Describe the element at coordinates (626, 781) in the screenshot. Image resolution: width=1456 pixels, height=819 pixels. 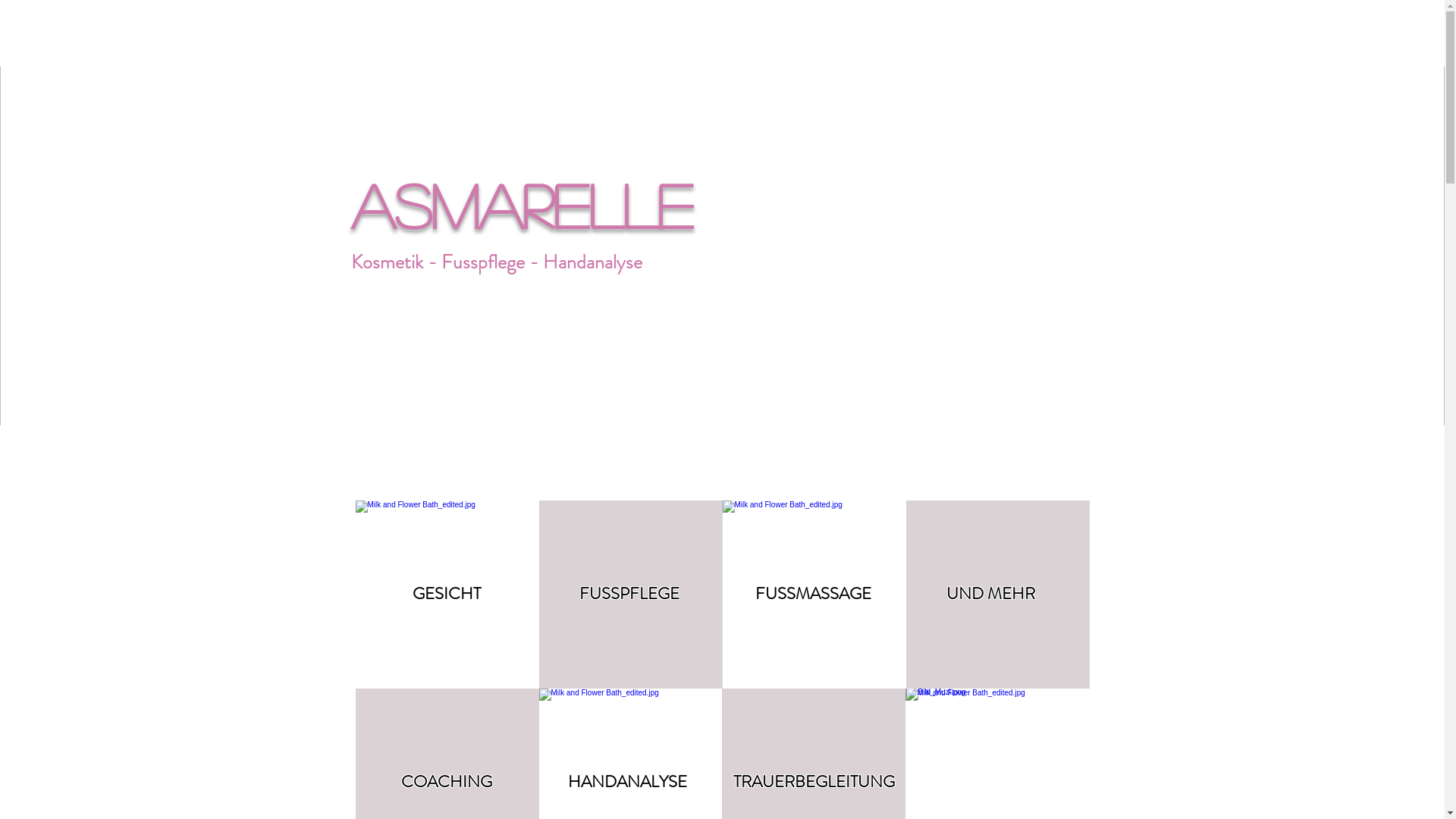
I see `'HANDANALYSE'` at that location.